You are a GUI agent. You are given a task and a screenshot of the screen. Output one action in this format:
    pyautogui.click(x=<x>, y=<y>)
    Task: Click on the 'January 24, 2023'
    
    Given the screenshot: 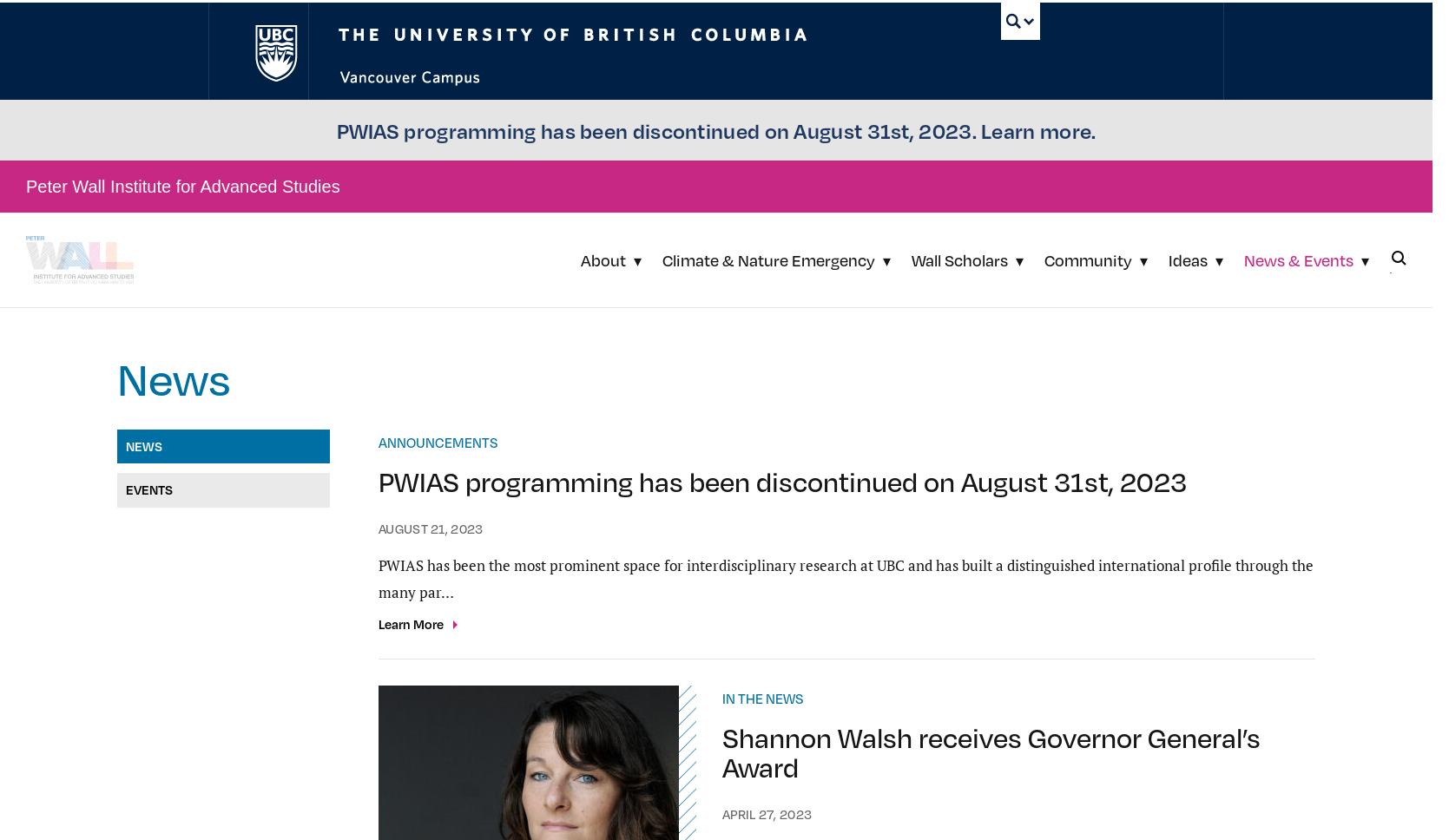 What is the action you would take?
    pyautogui.click(x=721, y=319)
    